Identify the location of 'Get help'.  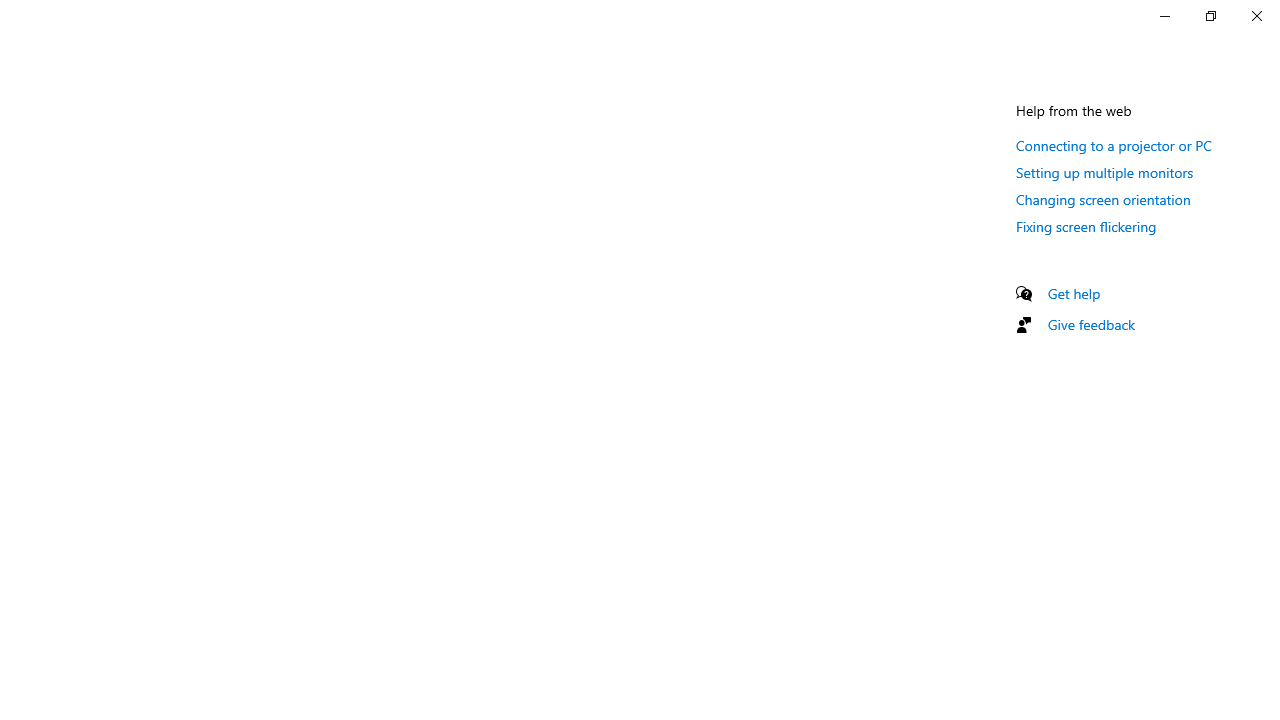
(1073, 293).